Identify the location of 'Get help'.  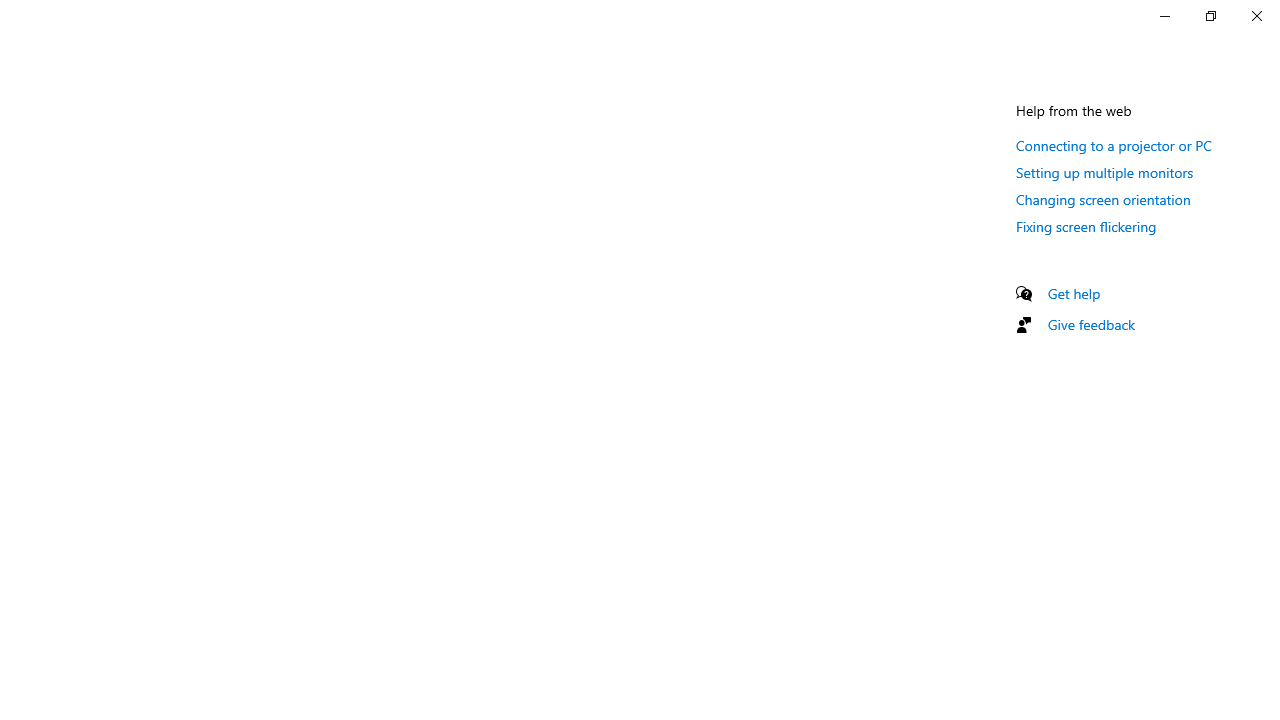
(1073, 293).